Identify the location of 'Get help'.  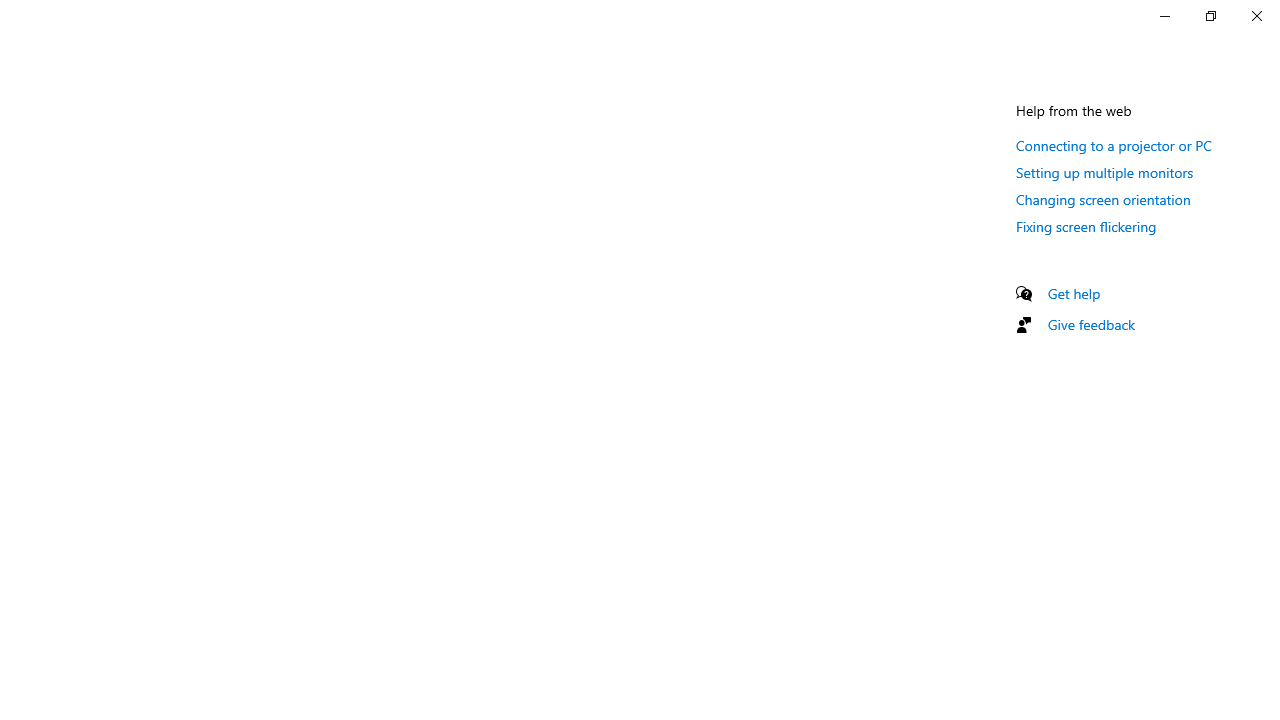
(1073, 293).